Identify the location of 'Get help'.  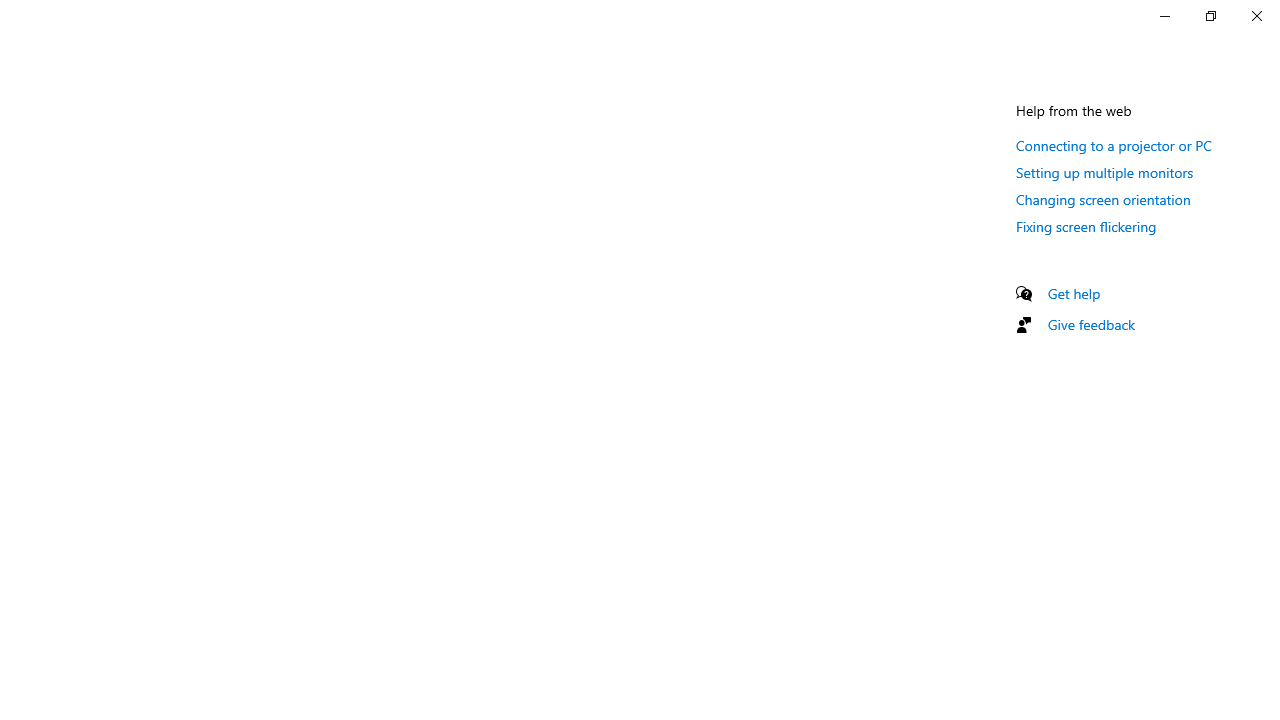
(1073, 293).